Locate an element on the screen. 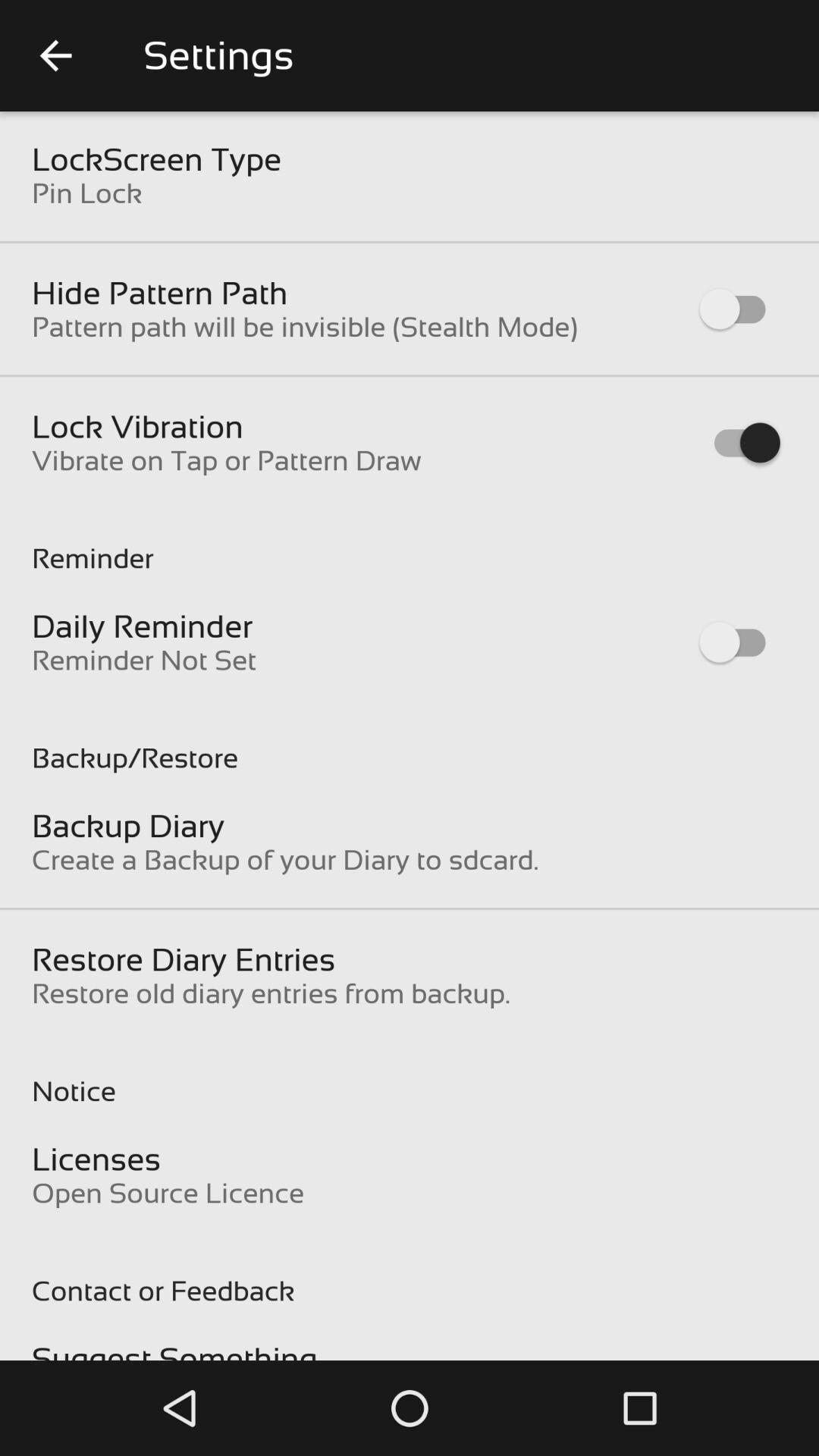 The width and height of the screenshot is (819, 1456). the item to the left of the settings icon is located at coordinates (55, 55).